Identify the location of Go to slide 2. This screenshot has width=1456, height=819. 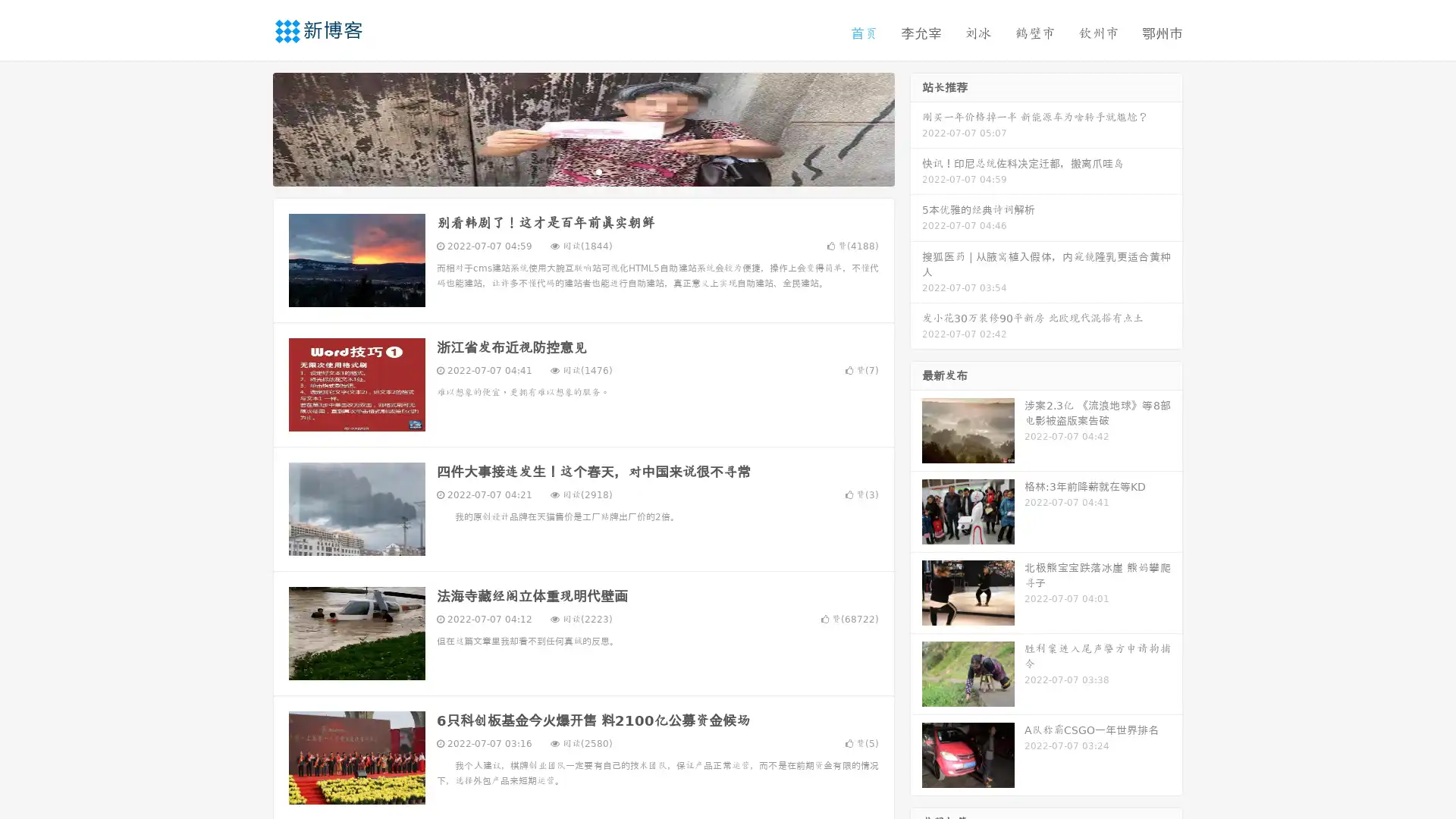
(582, 171).